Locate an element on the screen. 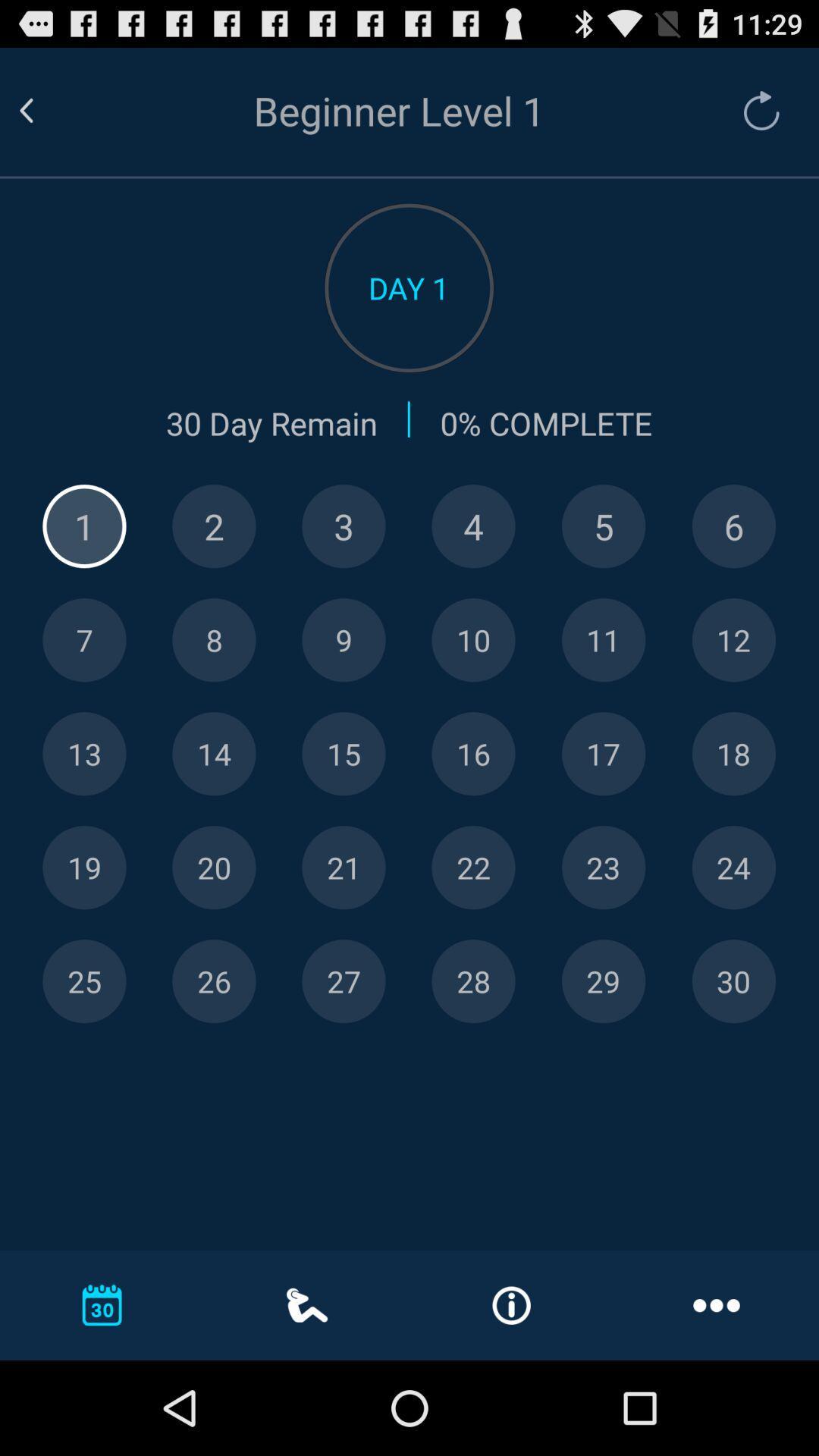 This screenshot has height=1456, width=819. tap to choose the 18th day of the month is located at coordinates (733, 754).